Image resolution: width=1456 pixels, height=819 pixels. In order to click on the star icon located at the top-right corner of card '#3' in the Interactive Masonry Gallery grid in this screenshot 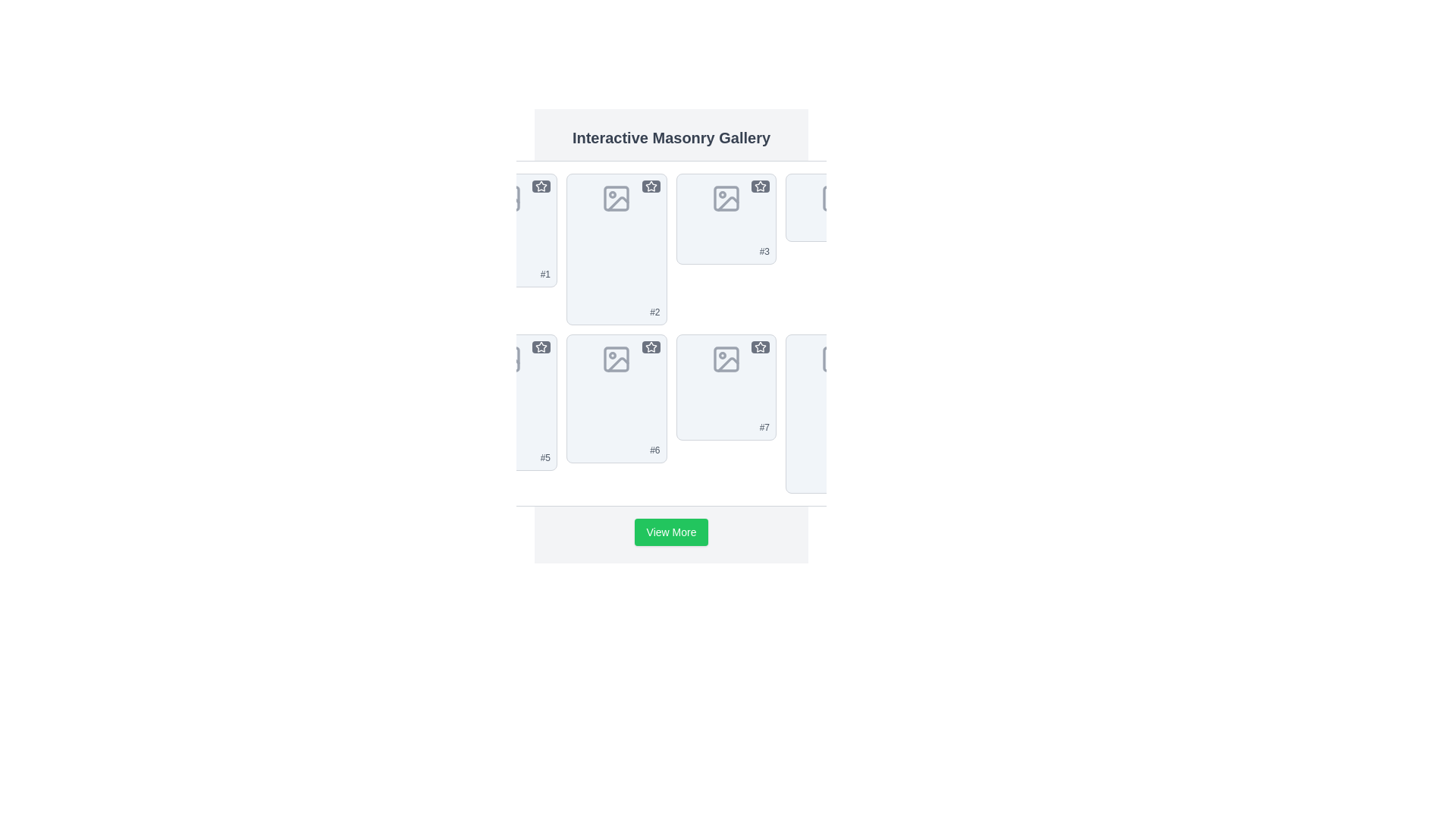, I will do `click(761, 186)`.